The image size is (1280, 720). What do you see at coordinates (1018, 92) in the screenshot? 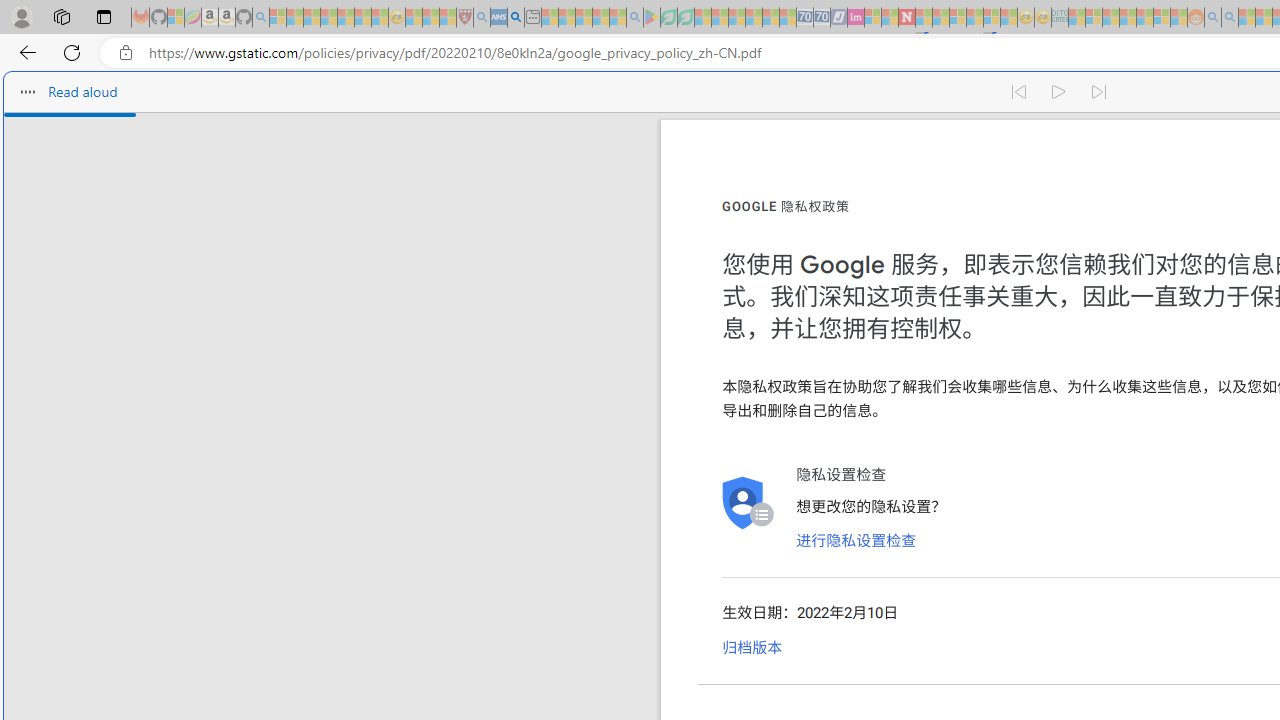
I see `'Read previous paragraph'` at bounding box center [1018, 92].